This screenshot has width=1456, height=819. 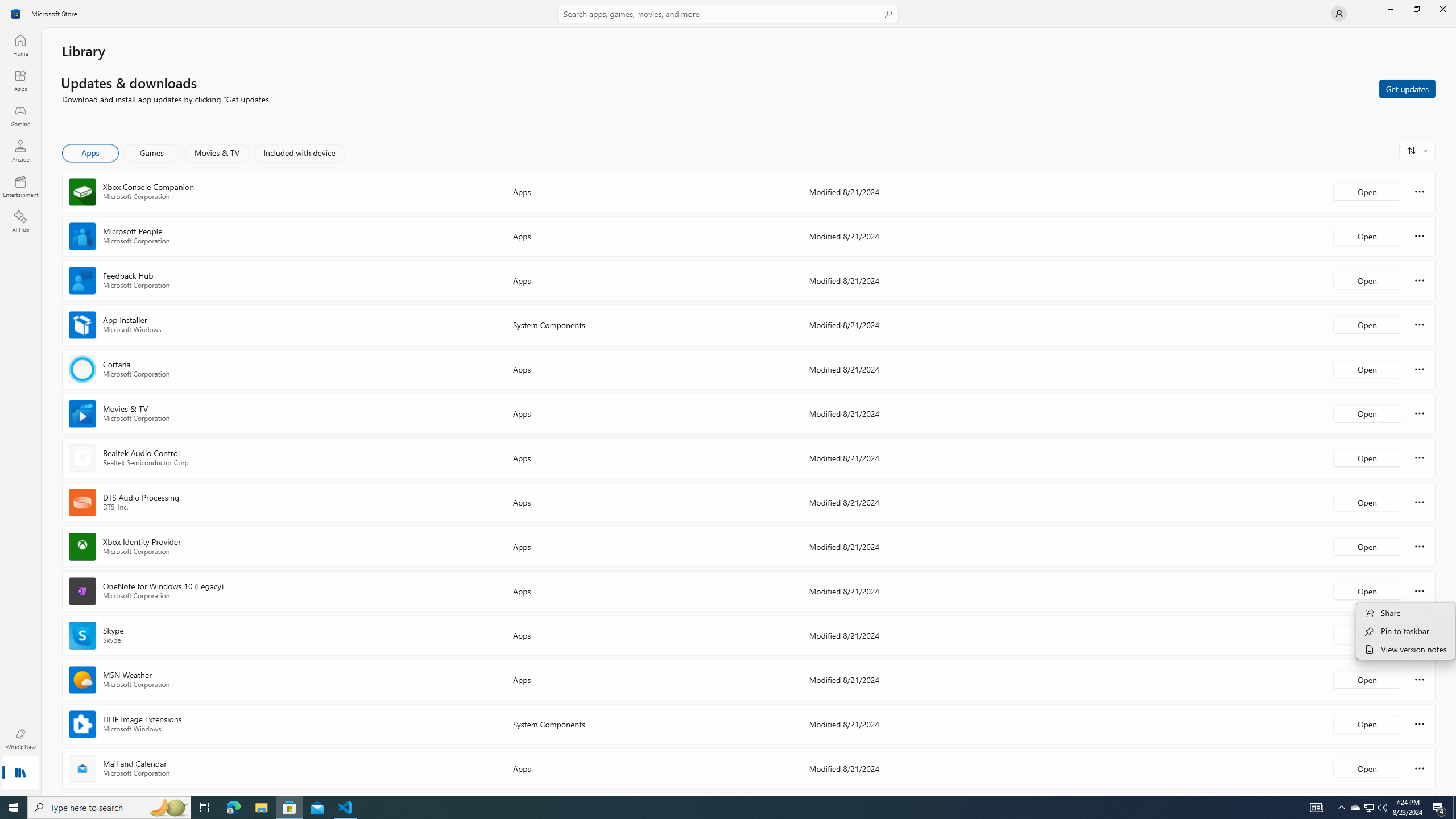 What do you see at coordinates (1416, 9) in the screenshot?
I see `'Restore Microsoft Store'` at bounding box center [1416, 9].